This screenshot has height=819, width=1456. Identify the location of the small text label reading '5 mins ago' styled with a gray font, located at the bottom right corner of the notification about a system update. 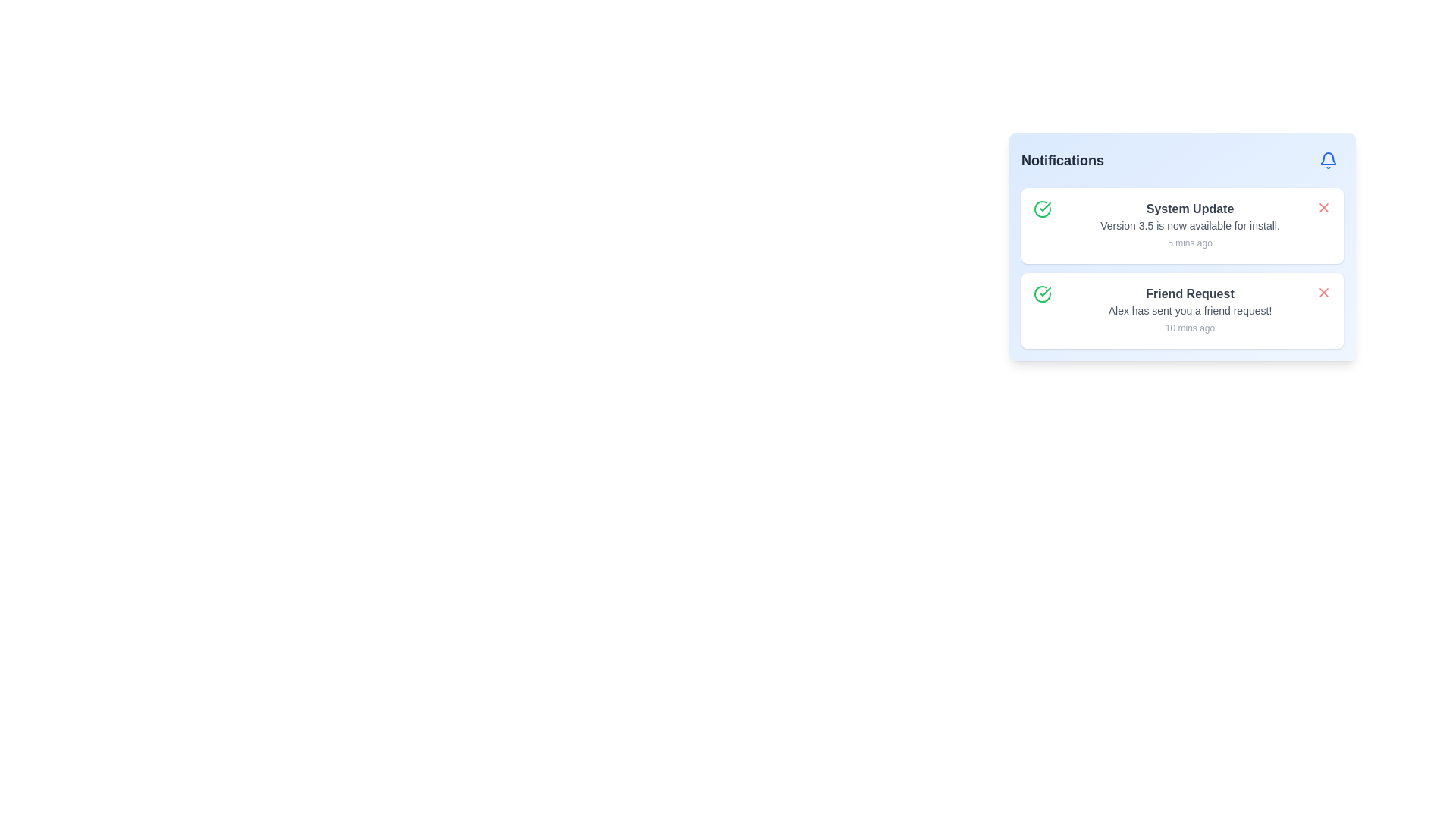
(1189, 242).